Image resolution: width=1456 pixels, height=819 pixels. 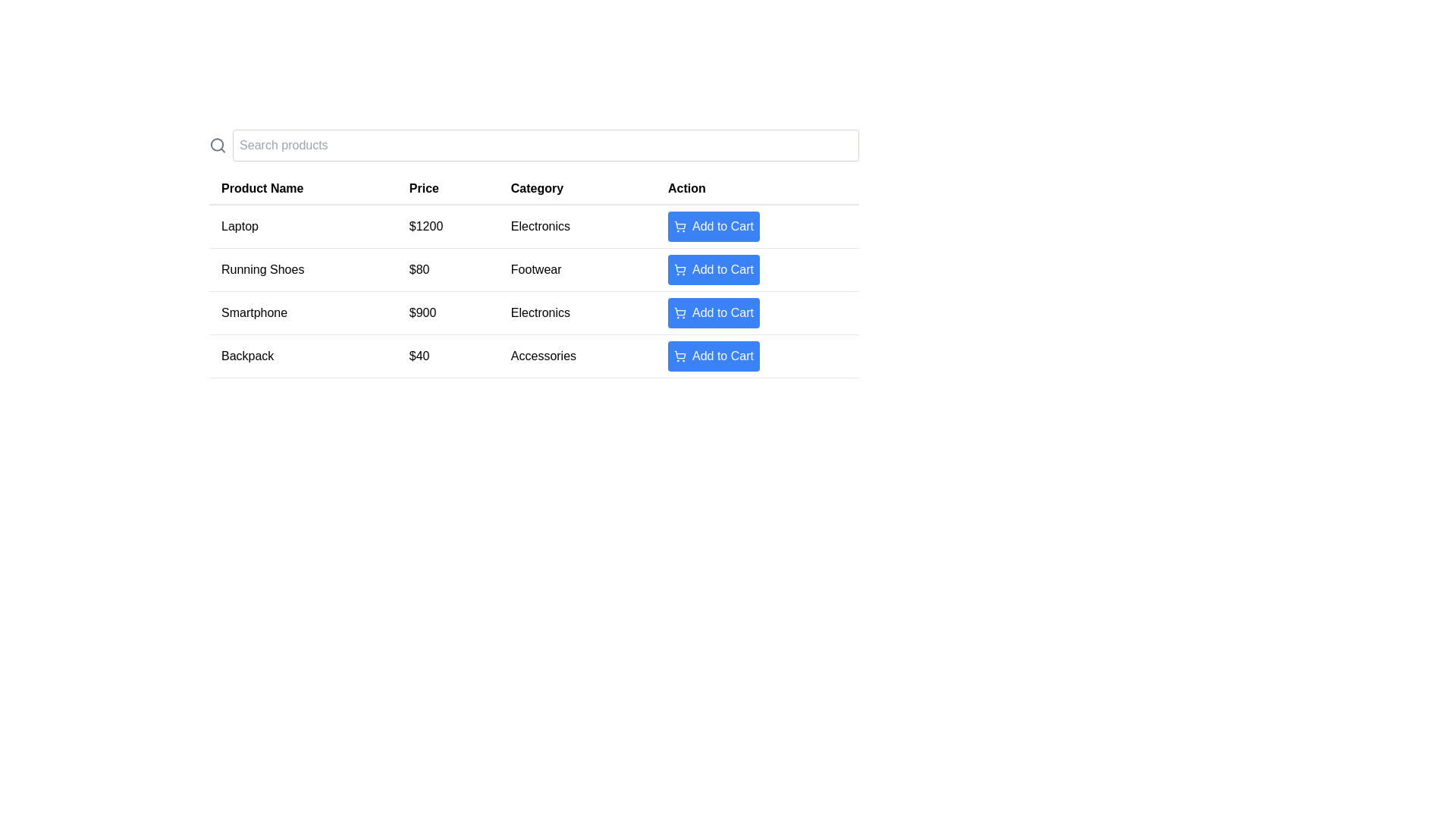 I want to click on the small shopping cart icon located to the left of the 'Add to Cart' button in the product table row to potentially trigger the action, so click(x=679, y=227).